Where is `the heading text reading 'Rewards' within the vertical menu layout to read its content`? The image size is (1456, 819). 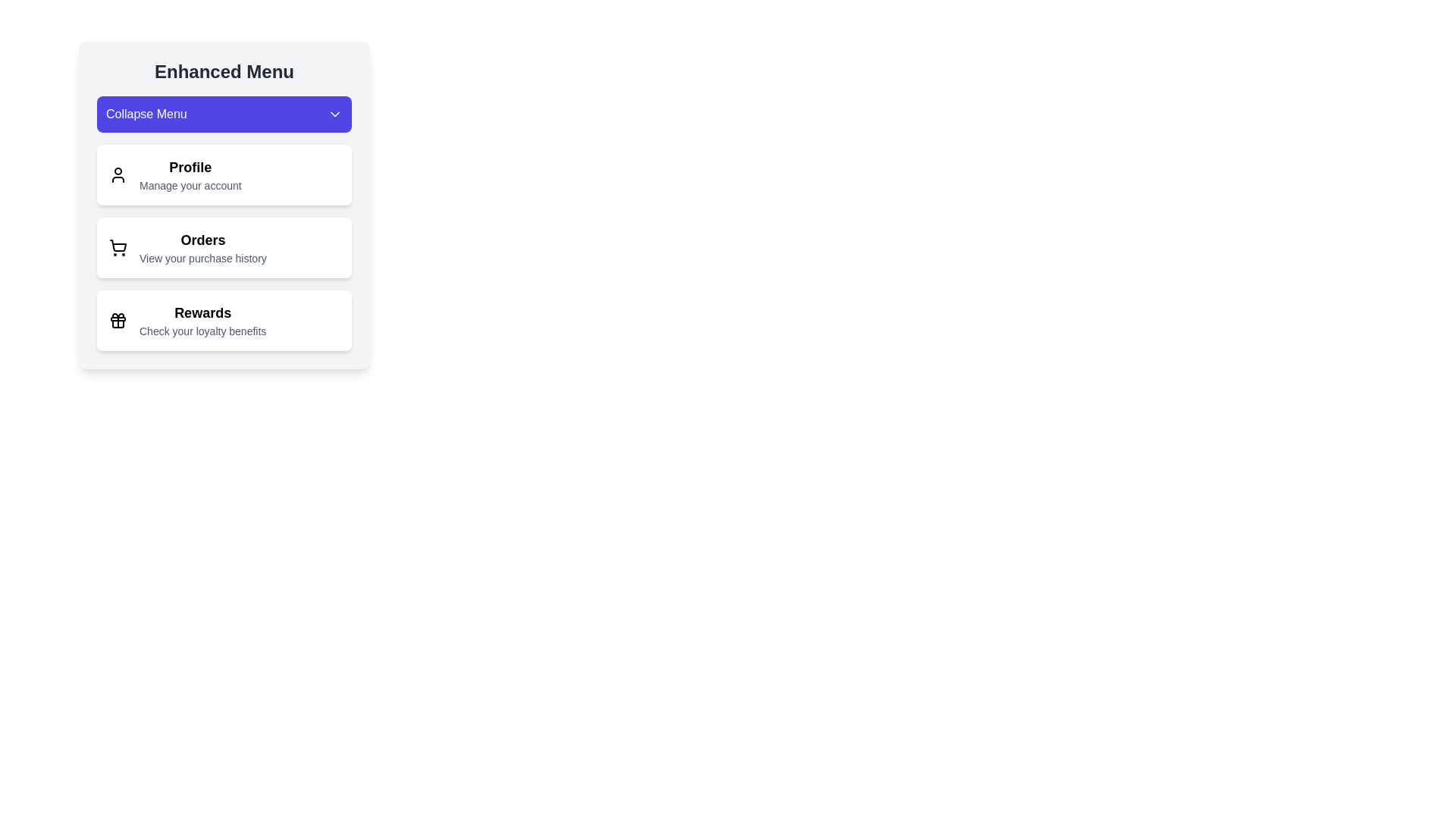
the heading text reading 'Rewards' within the vertical menu layout to read its content is located at coordinates (202, 312).